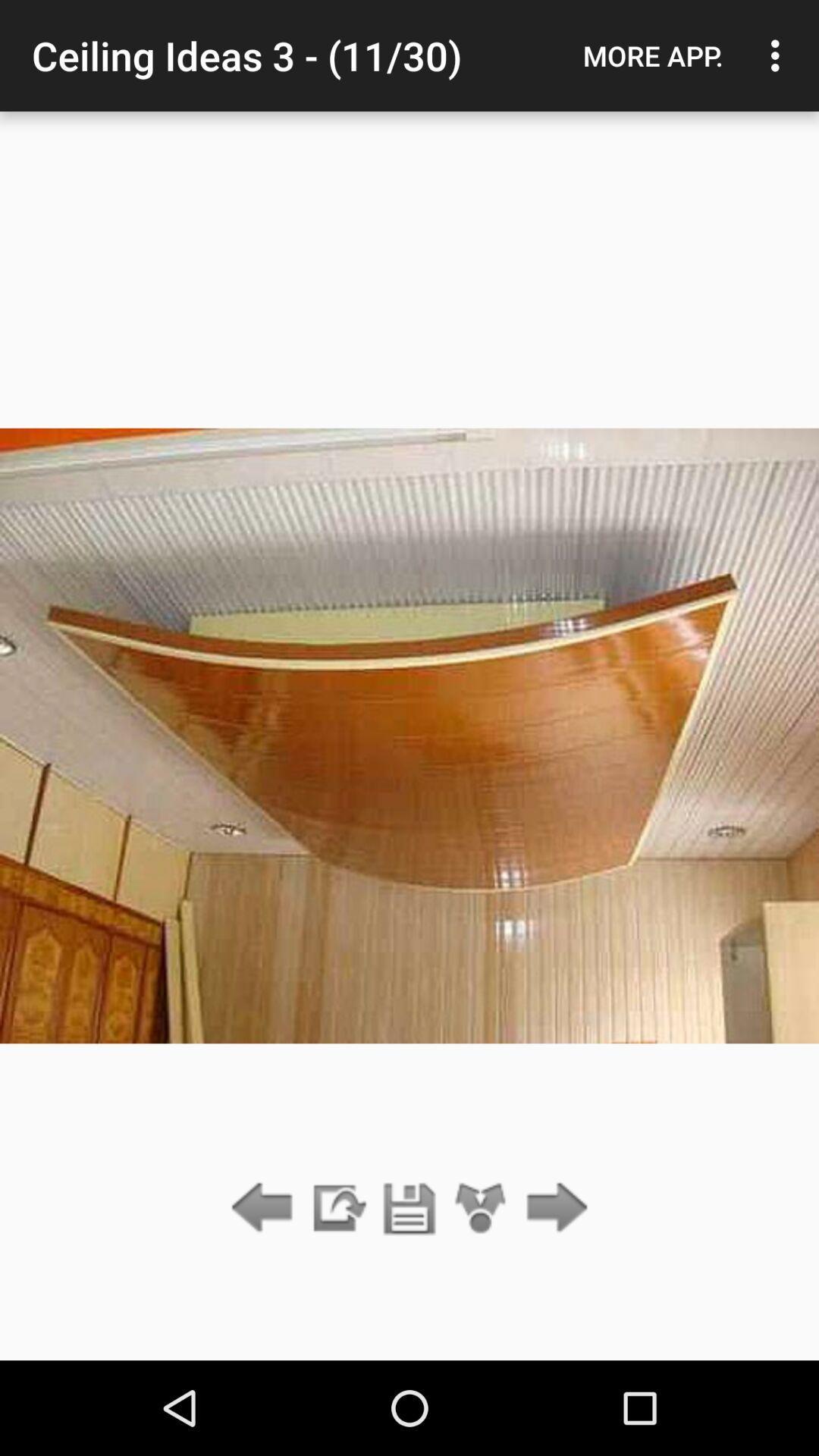 The image size is (819, 1456). What do you see at coordinates (481, 1208) in the screenshot?
I see `icon below the ceiling ideas 3 app` at bounding box center [481, 1208].